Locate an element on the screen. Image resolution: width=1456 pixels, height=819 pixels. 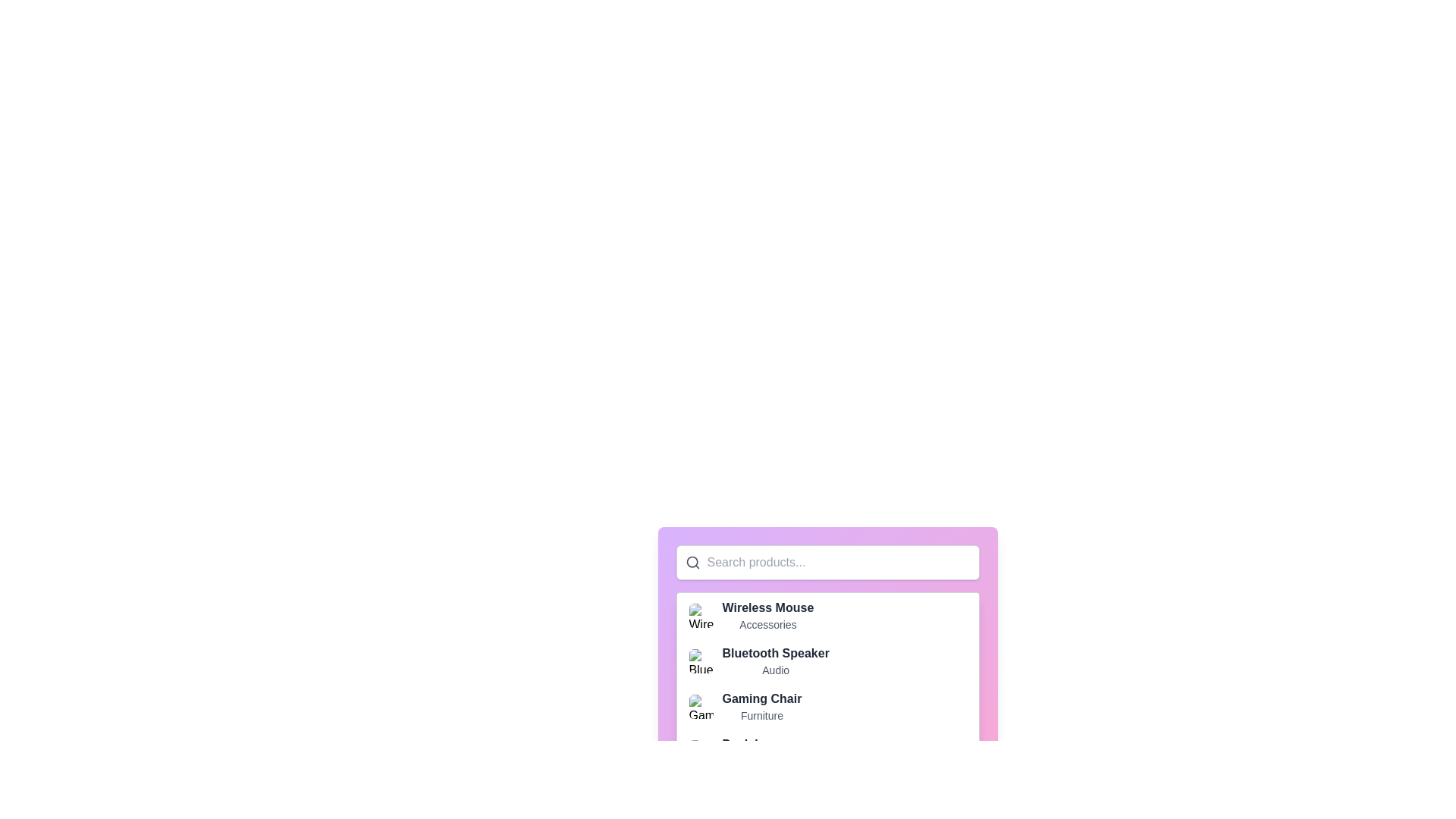
and drop the image thumbnail for 'Gaming Chair' is located at coordinates (700, 707).